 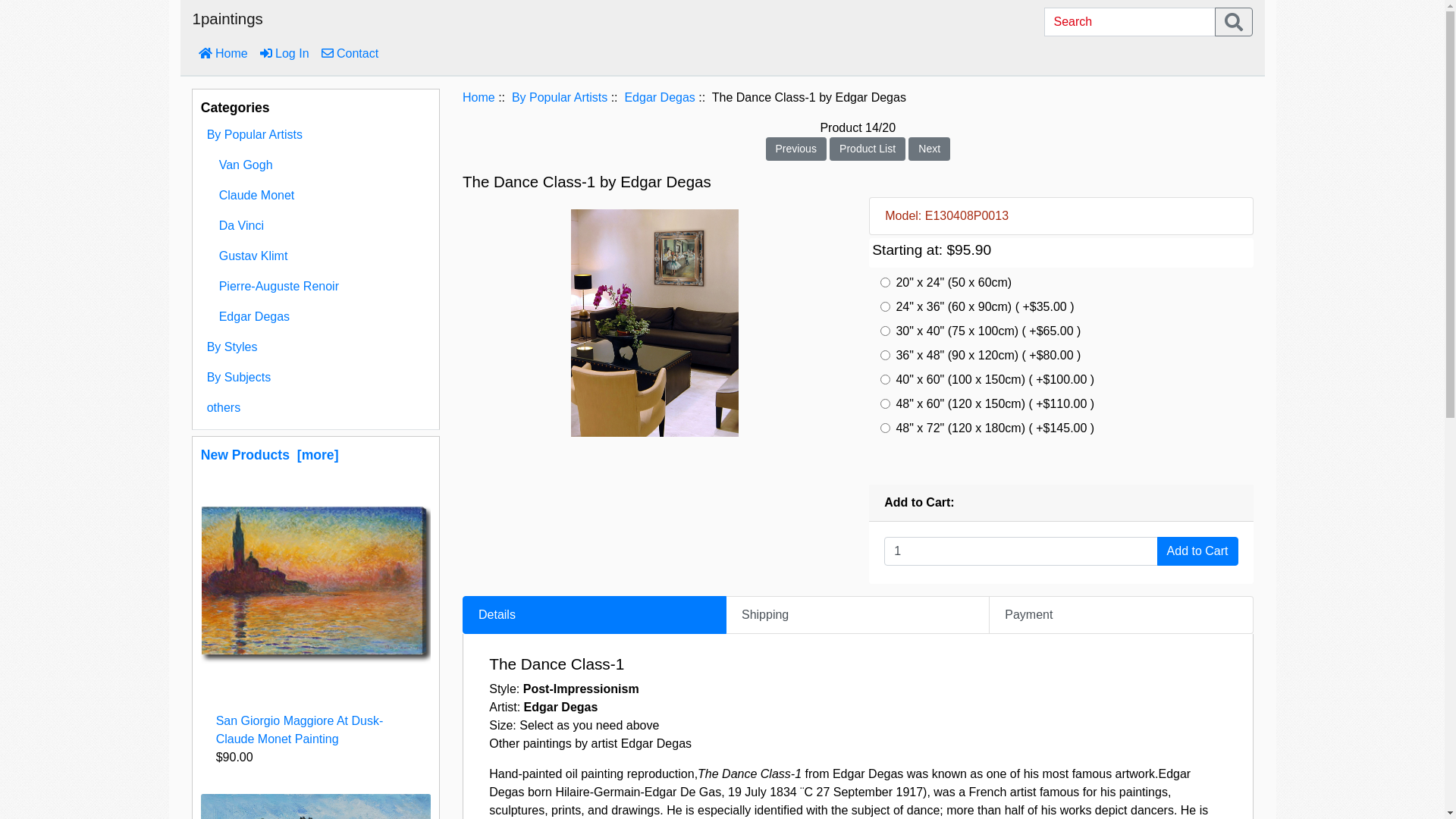 What do you see at coordinates (593, 614) in the screenshot?
I see `'Details'` at bounding box center [593, 614].